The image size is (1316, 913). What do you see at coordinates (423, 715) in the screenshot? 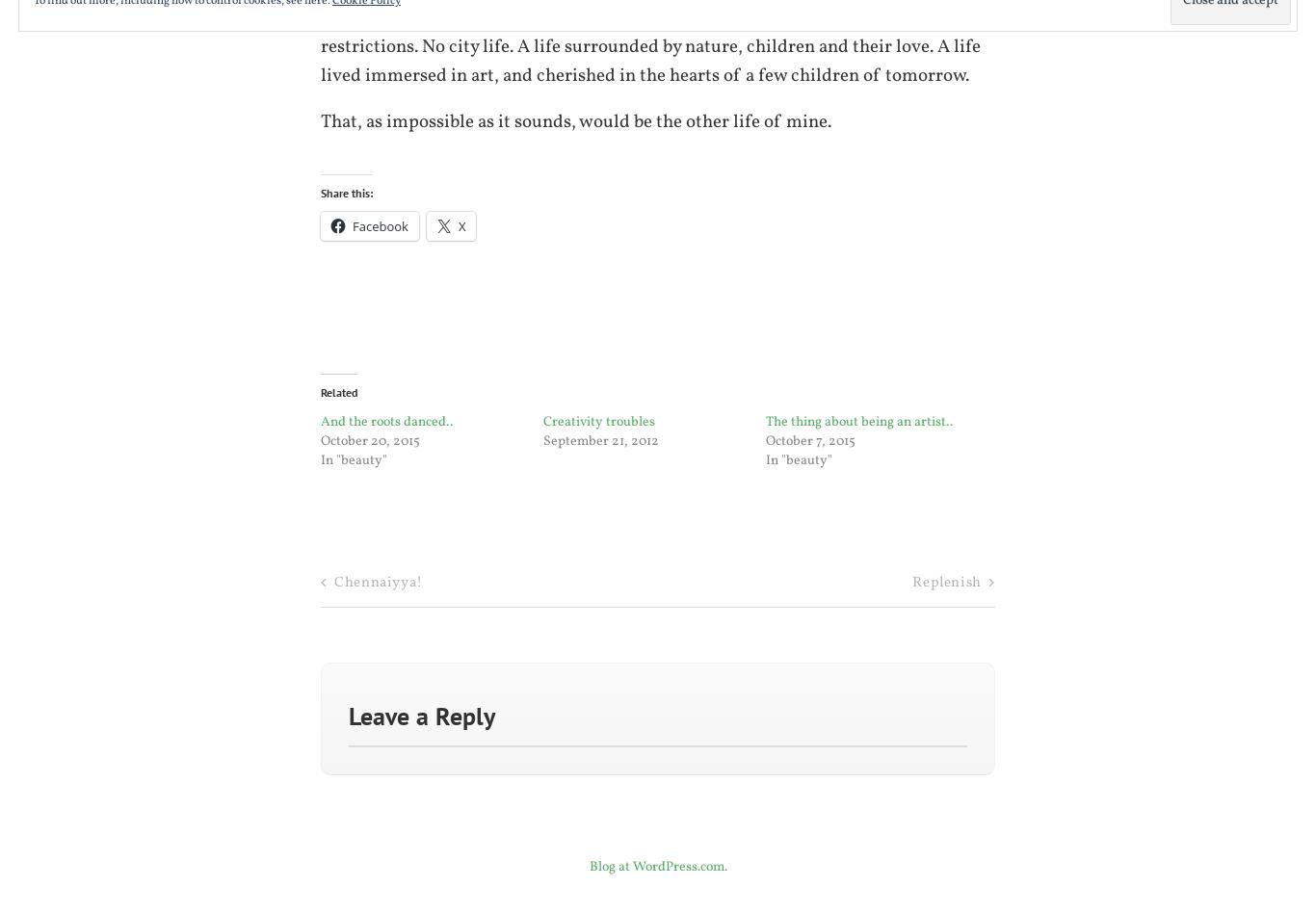
I see `'Leave a Reply'` at bounding box center [423, 715].